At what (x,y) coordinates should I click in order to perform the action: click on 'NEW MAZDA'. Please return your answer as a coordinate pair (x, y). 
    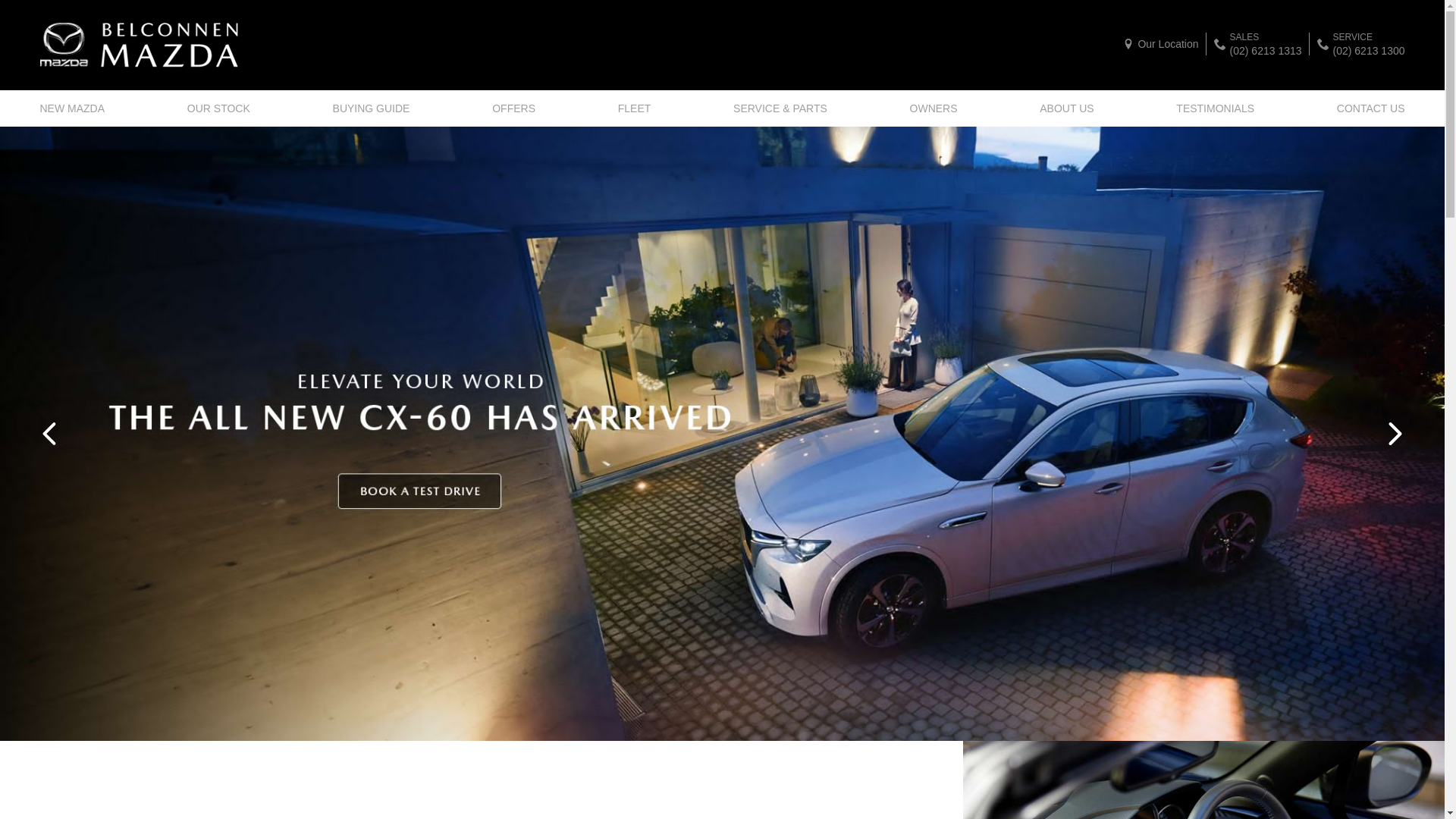
    Looking at the image, I should click on (39, 107).